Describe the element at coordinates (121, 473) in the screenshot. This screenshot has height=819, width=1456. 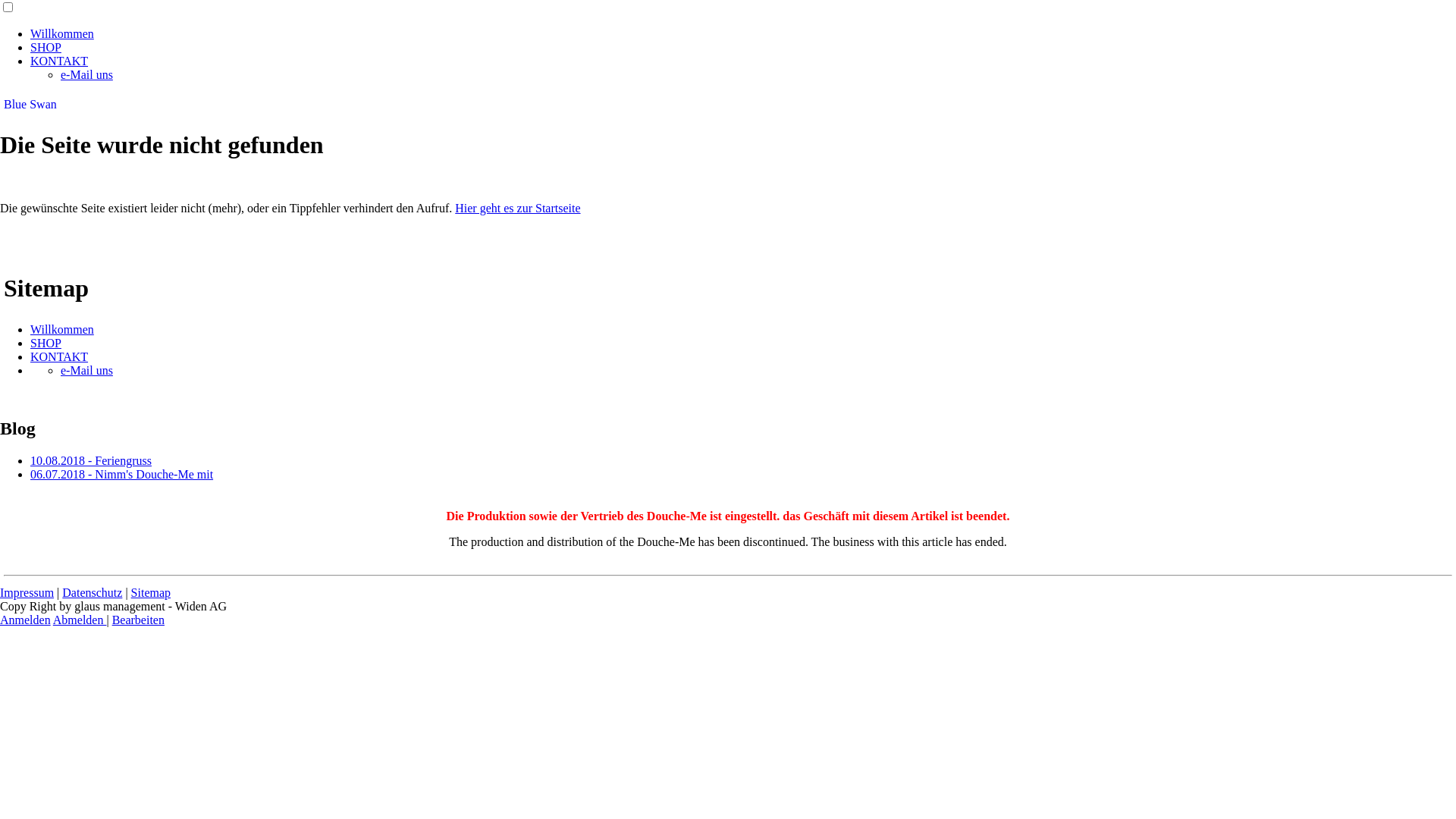
I see `'06.07.2018 - Nimm's Douche-Me mit'` at that location.